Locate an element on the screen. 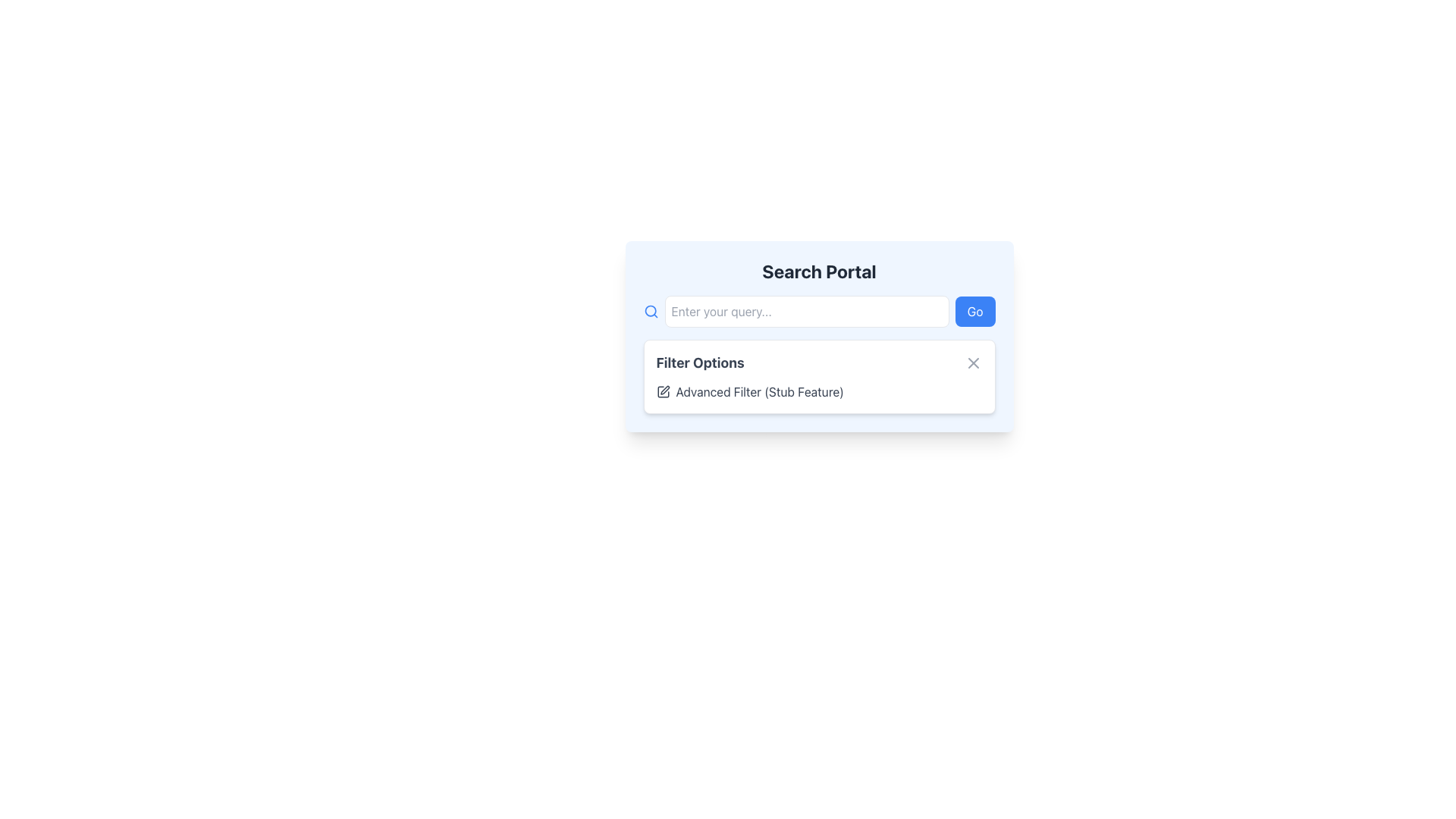 The height and width of the screenshot is (819, 1456). the 'X' shaped icon located at the upper-right corner of the 'Filter Options' section is located at coordinates (973, 362).